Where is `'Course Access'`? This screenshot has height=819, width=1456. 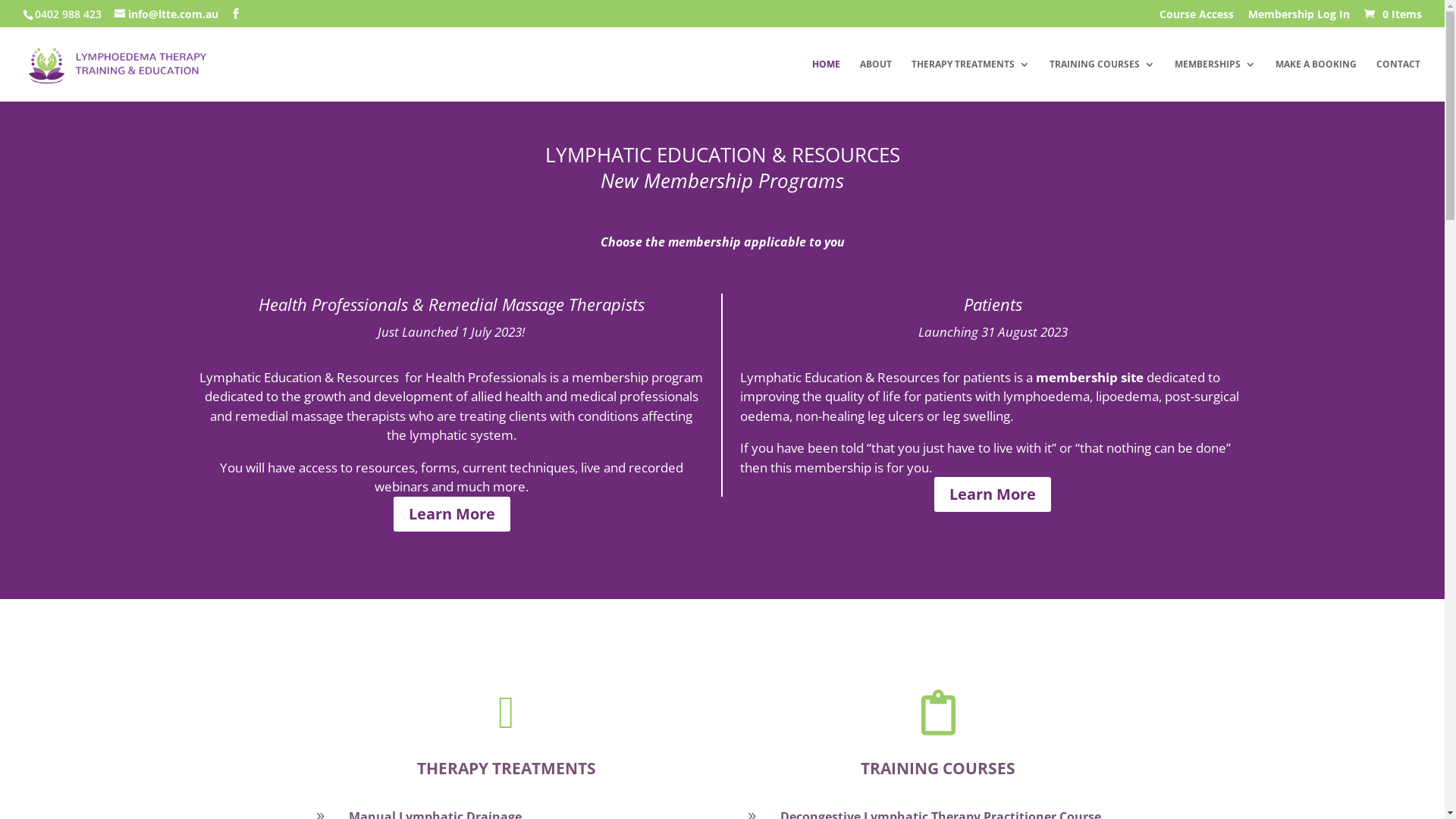
'Course Access' is located at coordinates (1196, 18).